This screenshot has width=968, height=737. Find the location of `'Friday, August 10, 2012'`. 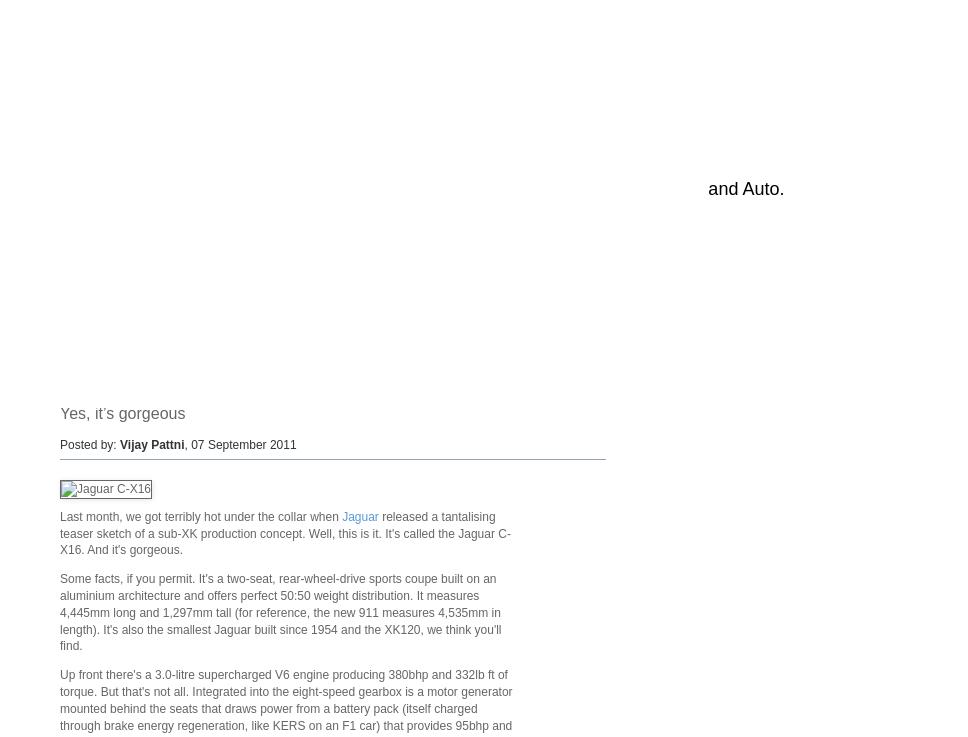

'Friday, August 10, 2012' is located at coordinates (166, 257).